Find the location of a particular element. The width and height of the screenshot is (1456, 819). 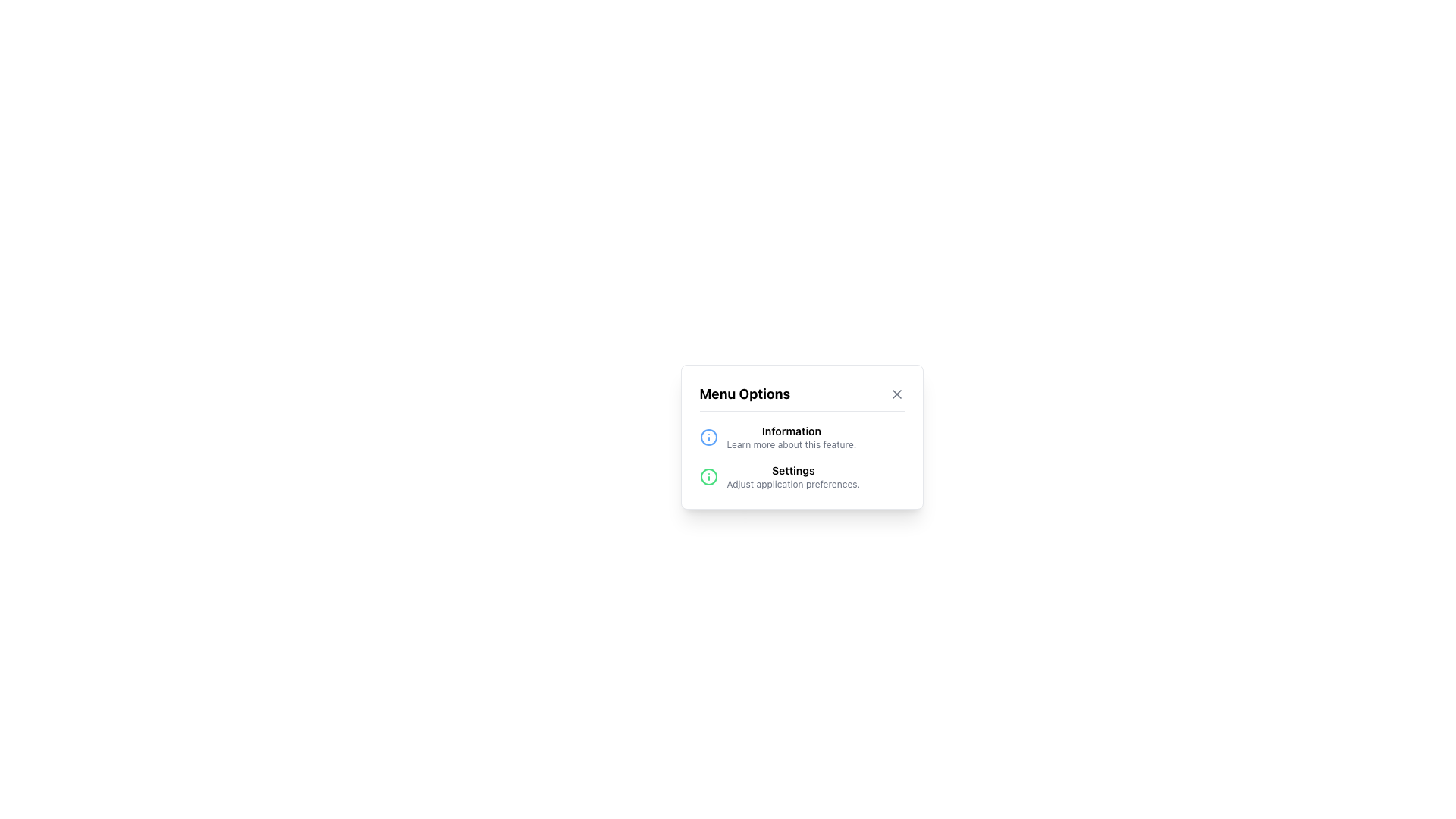

the Icon Element, which visually represents a part of an icon in the options dialog, centered within the circular SVG icon is located at coordinates (708, 437).